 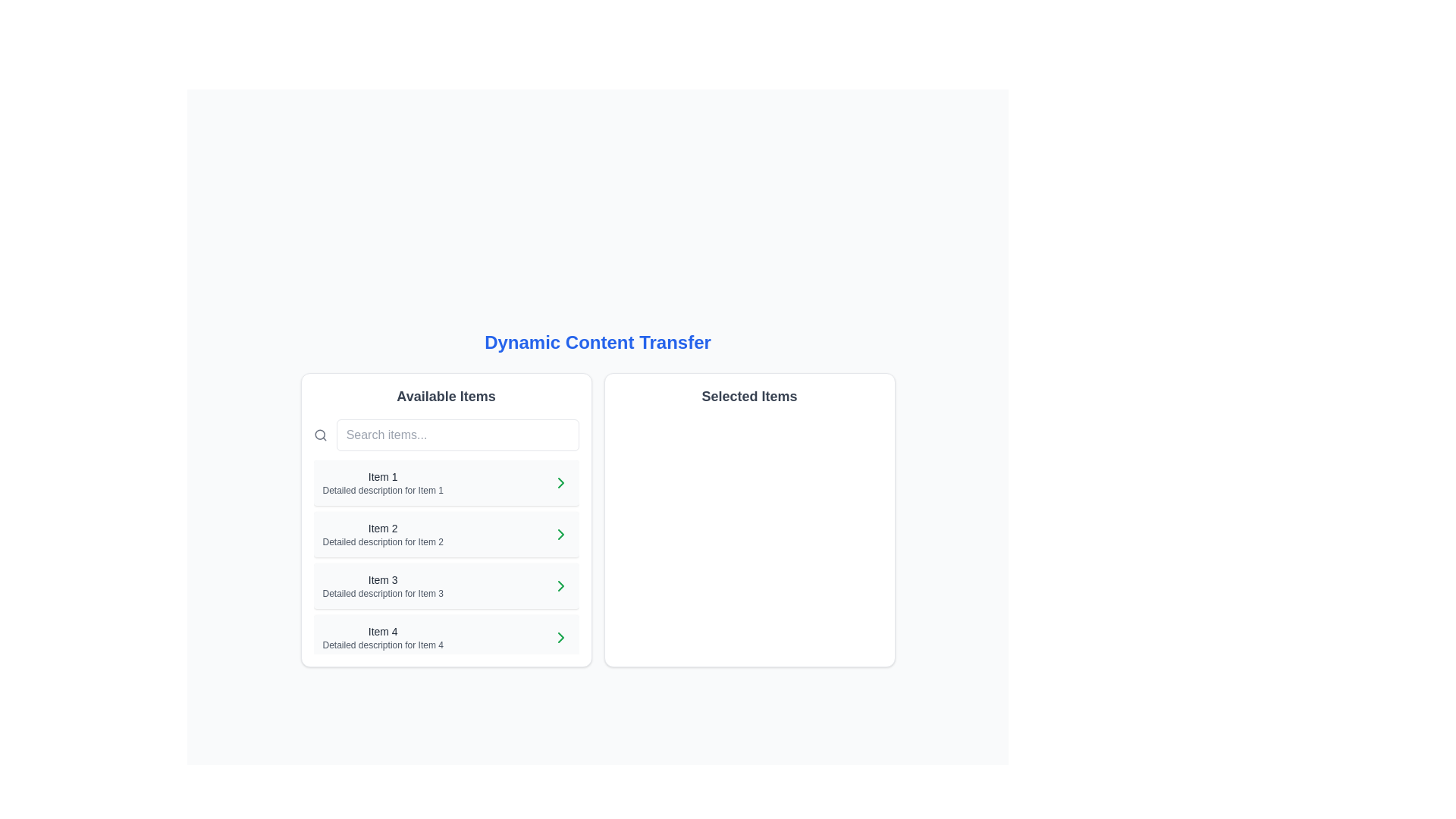 I want to click on the first list item titled 'Item 1', so click(x=382, y=482).